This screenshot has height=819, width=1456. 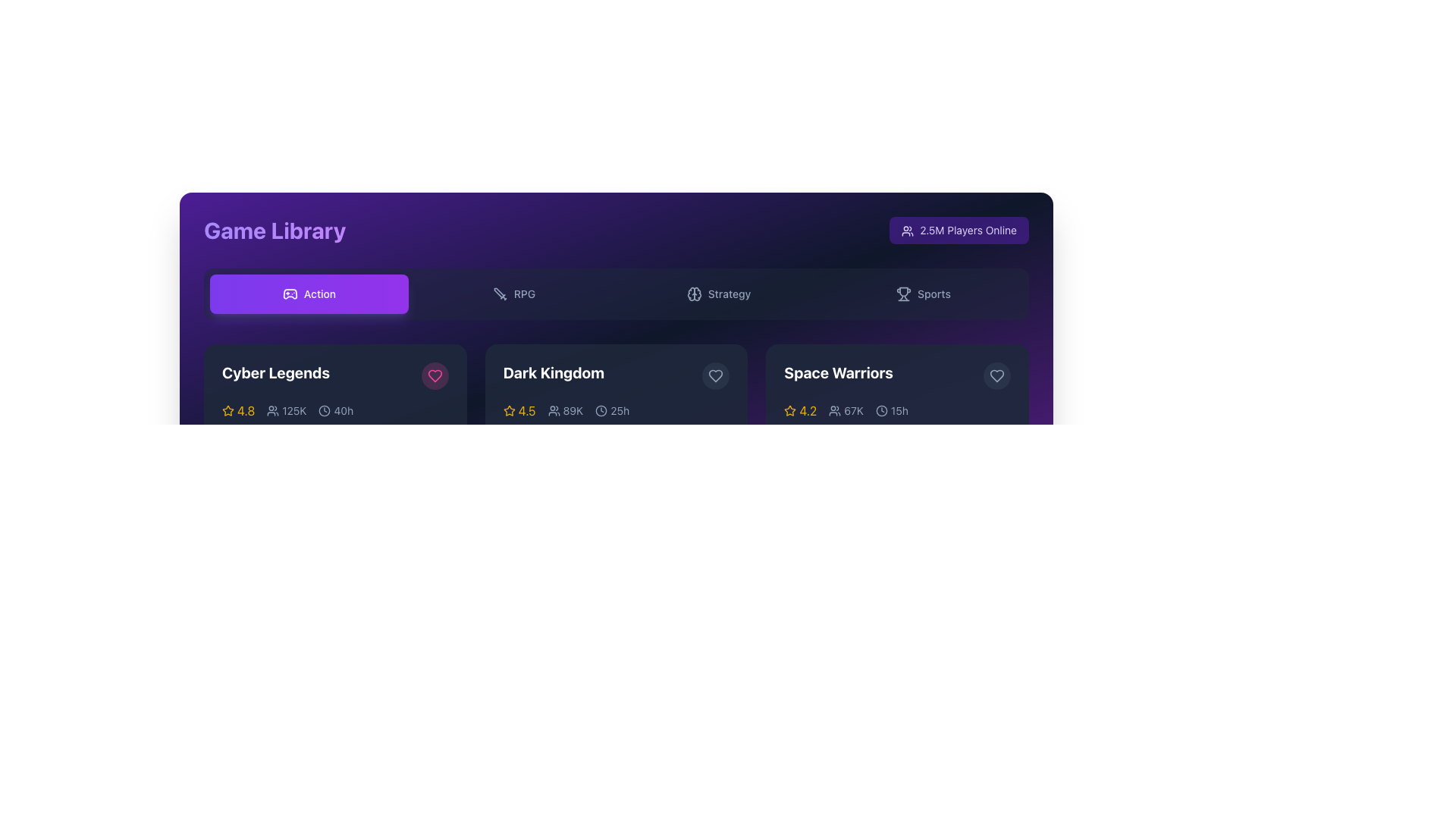 What do you see at coordinates (290, 294) in the screenshot?
I see `the design of the vector-based gamepad icon located on the left side of the toolbar, which features a symmetrical design with smaller segments` at bounding box center [290, 294].